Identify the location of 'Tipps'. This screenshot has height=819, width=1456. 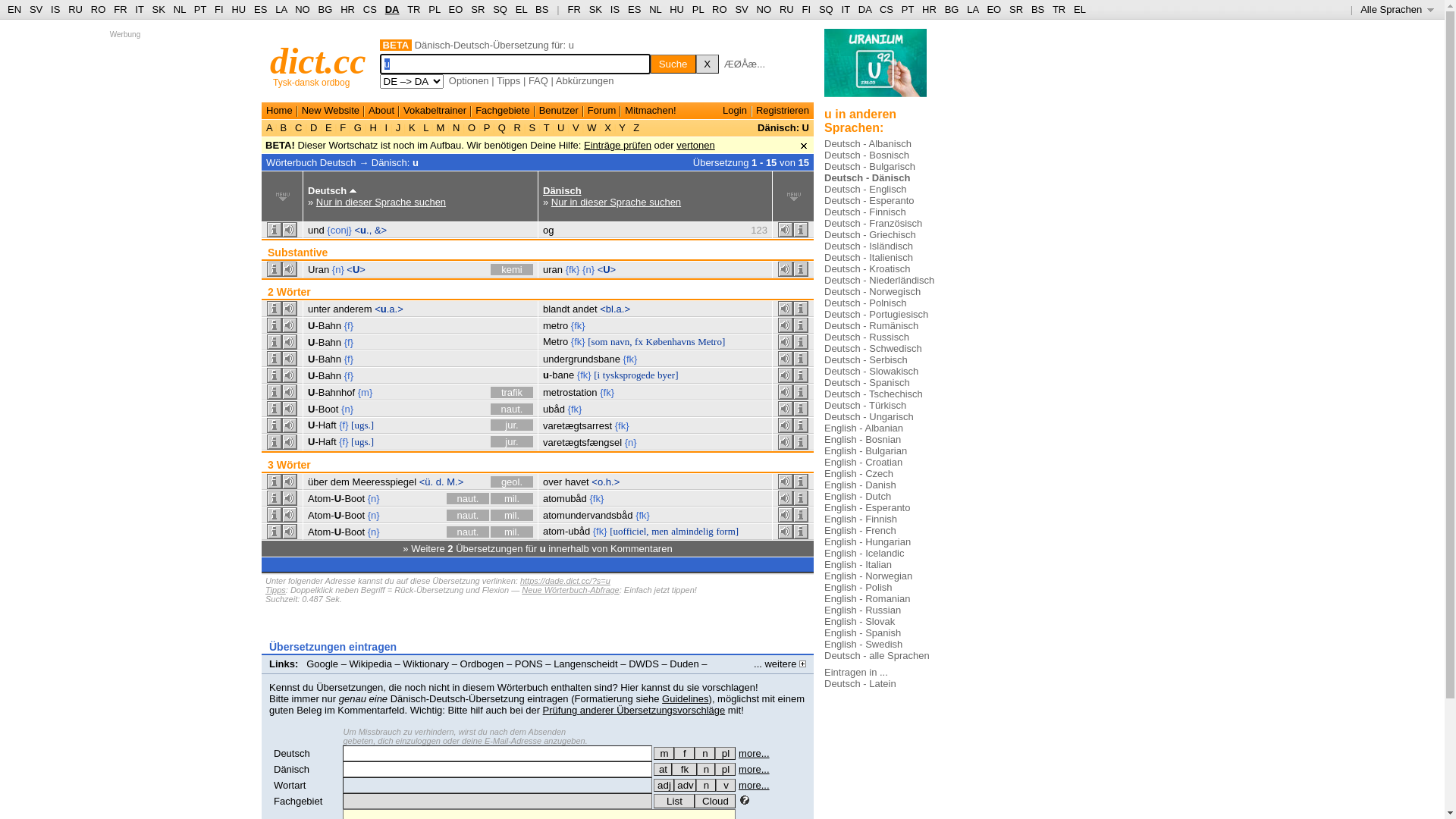
(275, 589).